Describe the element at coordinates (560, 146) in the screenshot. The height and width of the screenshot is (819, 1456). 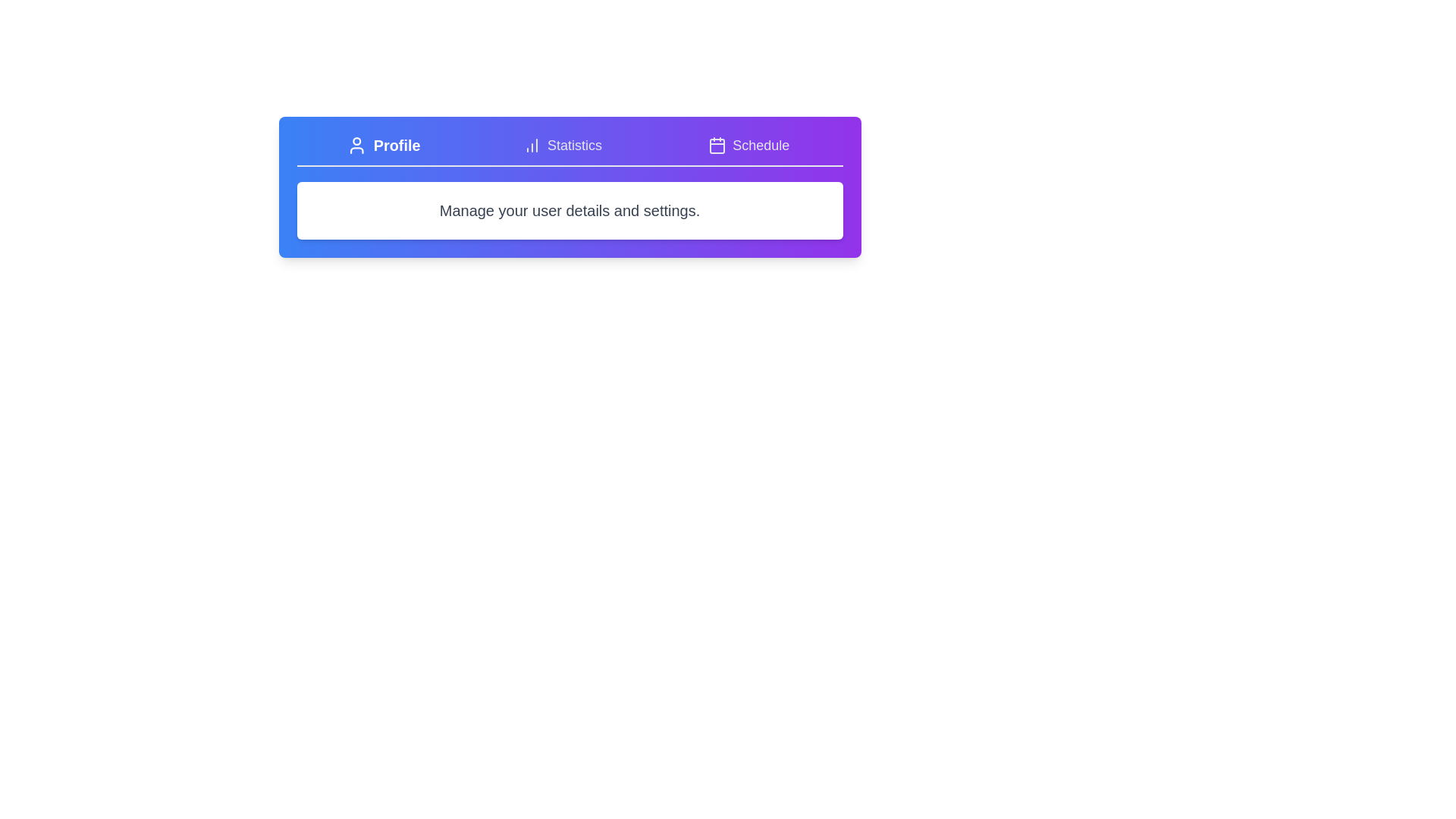
I see `the Statistics tab` at that location.